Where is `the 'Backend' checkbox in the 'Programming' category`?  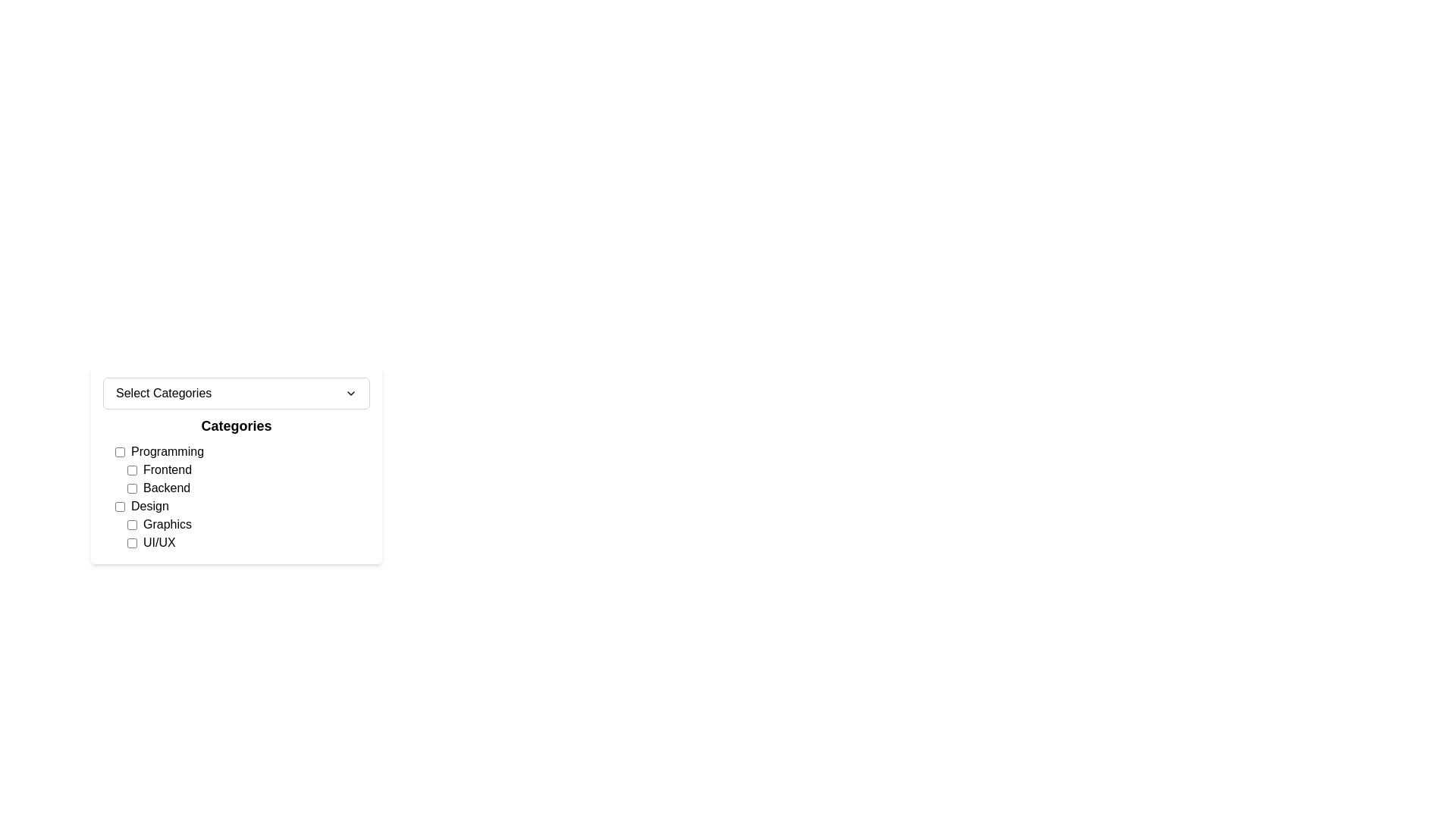 the 'Backend' checkbox in the 'Programming' category is located at coordinates (248, 488).